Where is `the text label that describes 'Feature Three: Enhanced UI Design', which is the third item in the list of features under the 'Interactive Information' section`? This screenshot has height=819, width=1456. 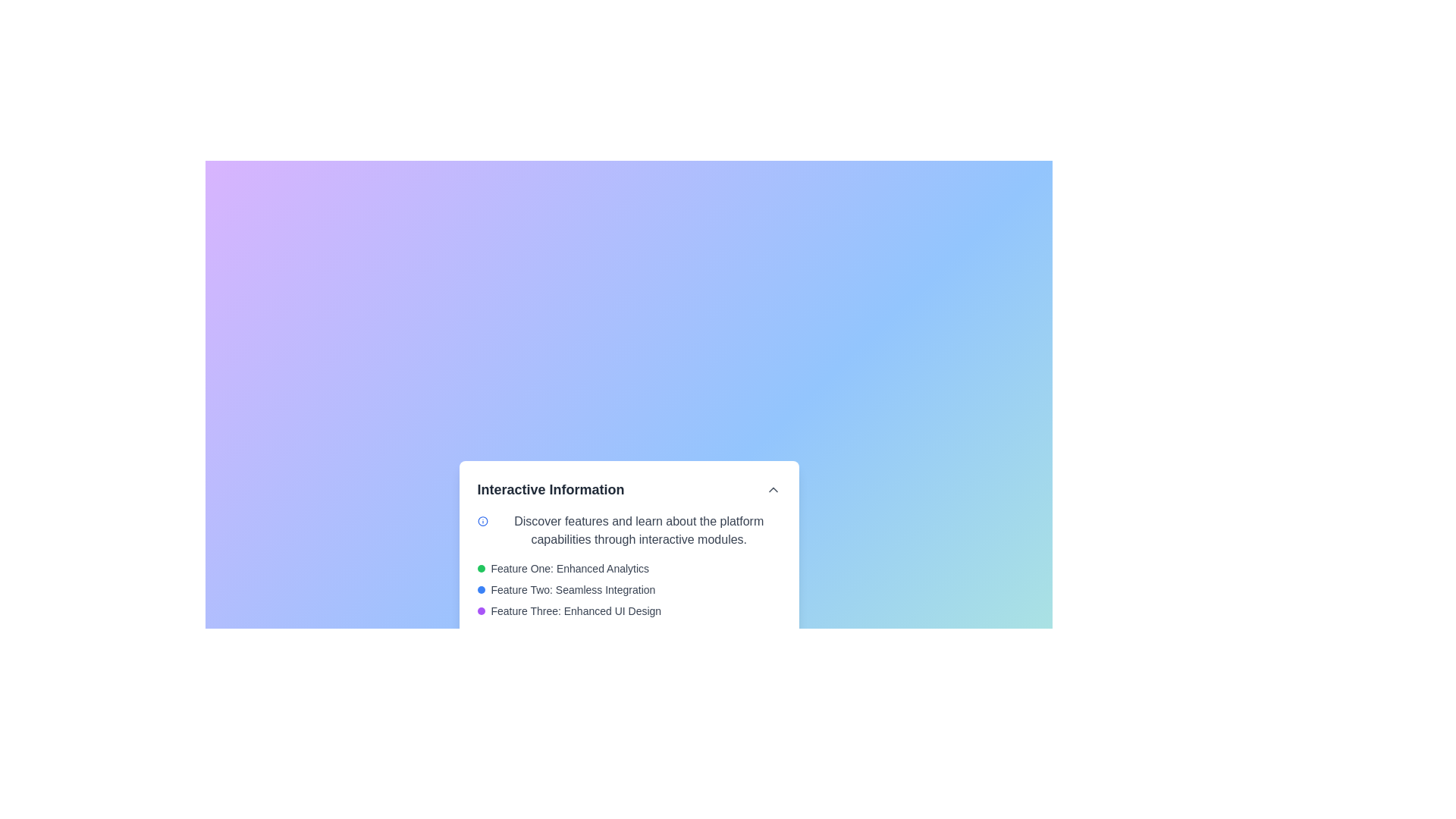
the text label that describes 'Feature Three: Enhanced UI Design', which is the third item in the list of features under the 'Interactive Information' section is located at coordinates (575, 610).